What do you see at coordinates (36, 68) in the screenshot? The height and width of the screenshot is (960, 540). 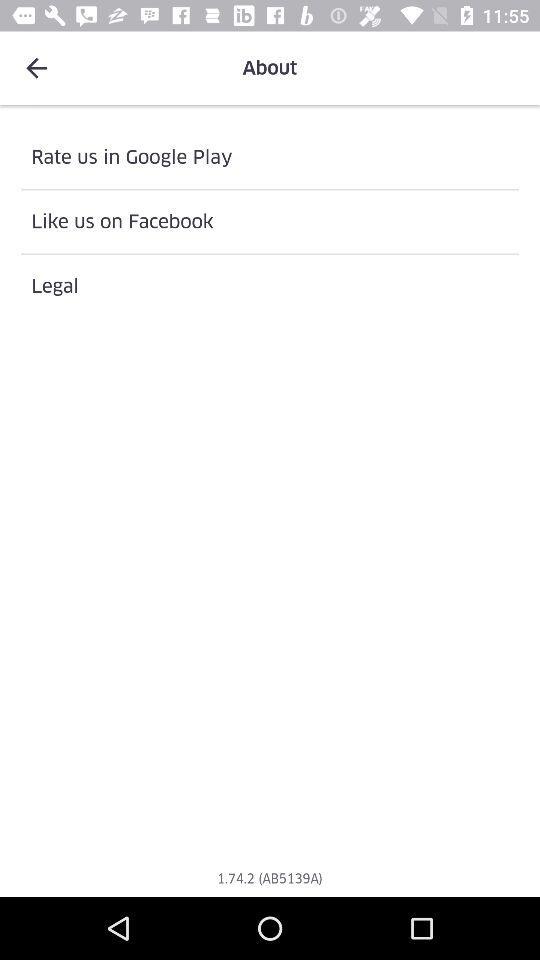 I see `icon to the left of the about` at bounding box center [36, 68].